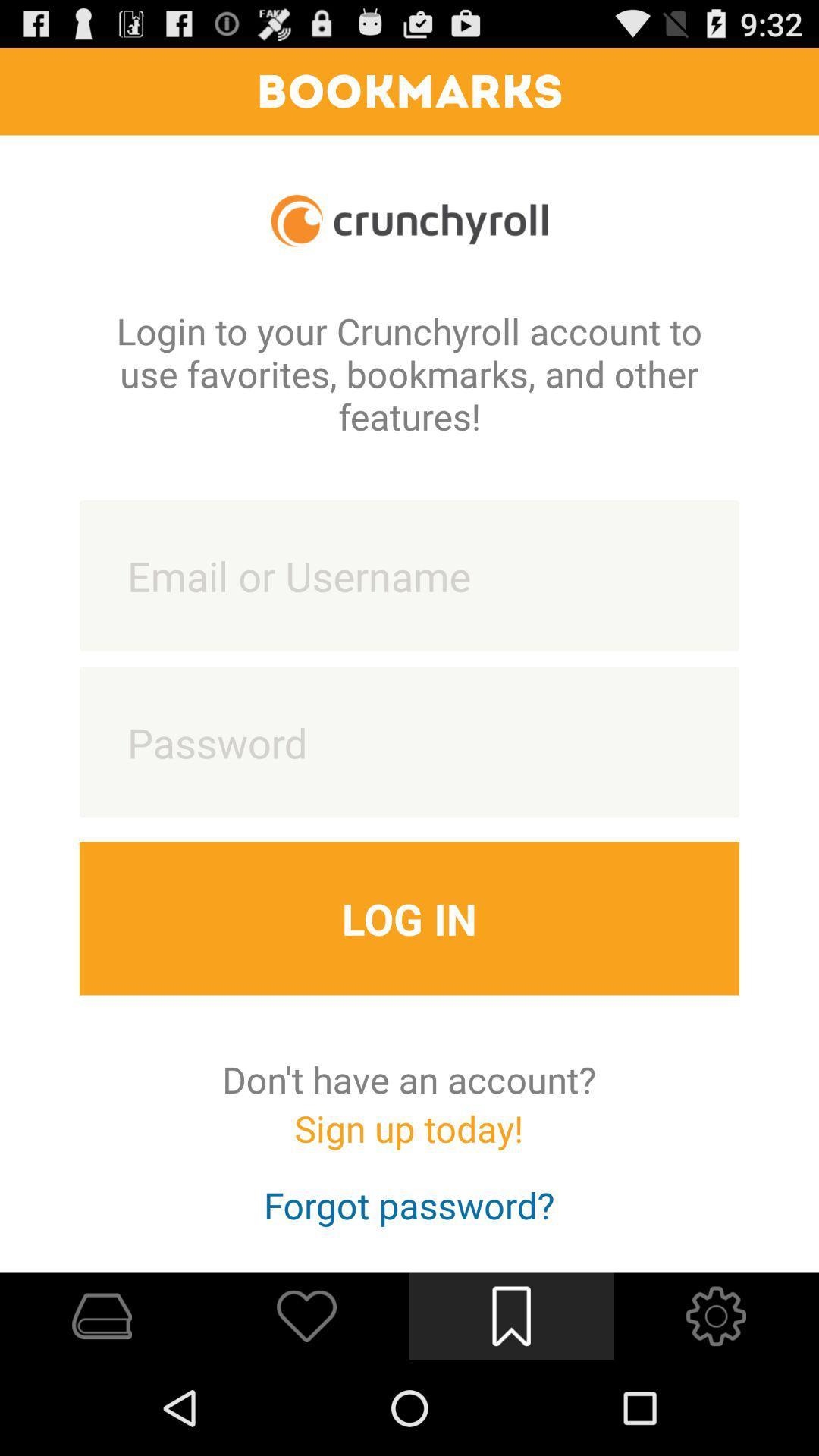  I want to click on a box for entering password, so click(409, 742).